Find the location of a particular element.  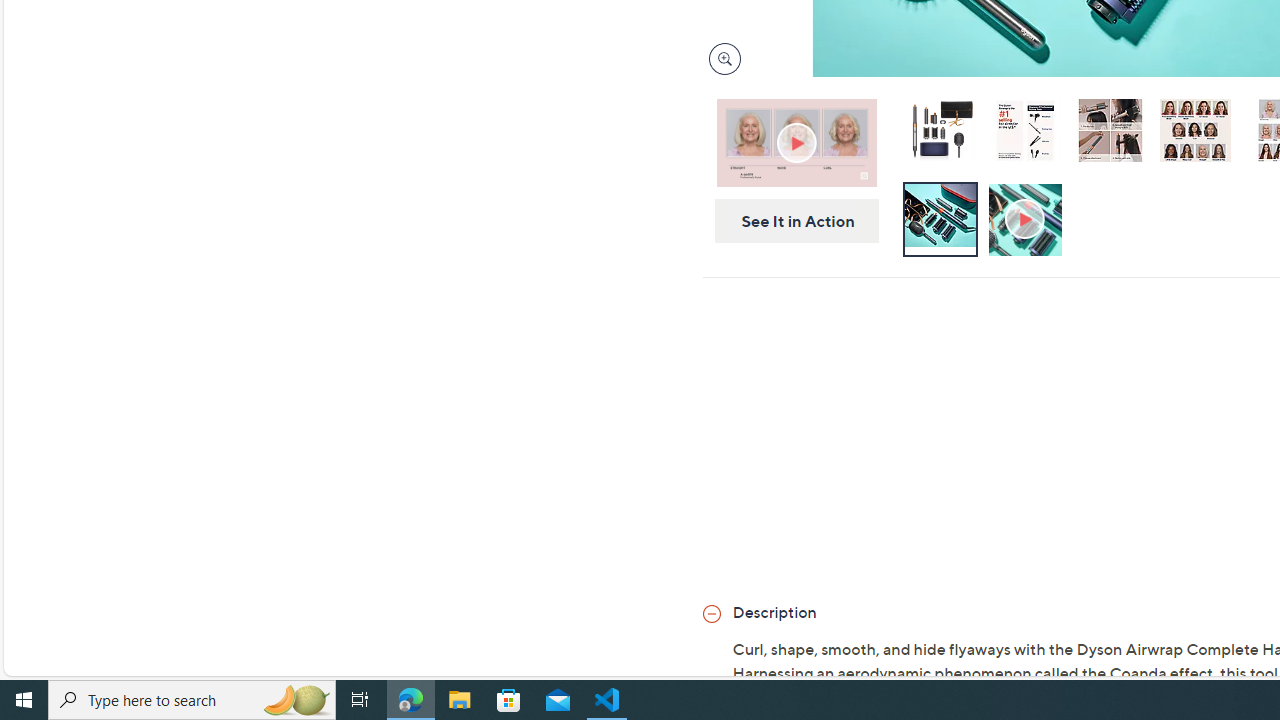

'See It in Action' is located at coordinates (789, 221).